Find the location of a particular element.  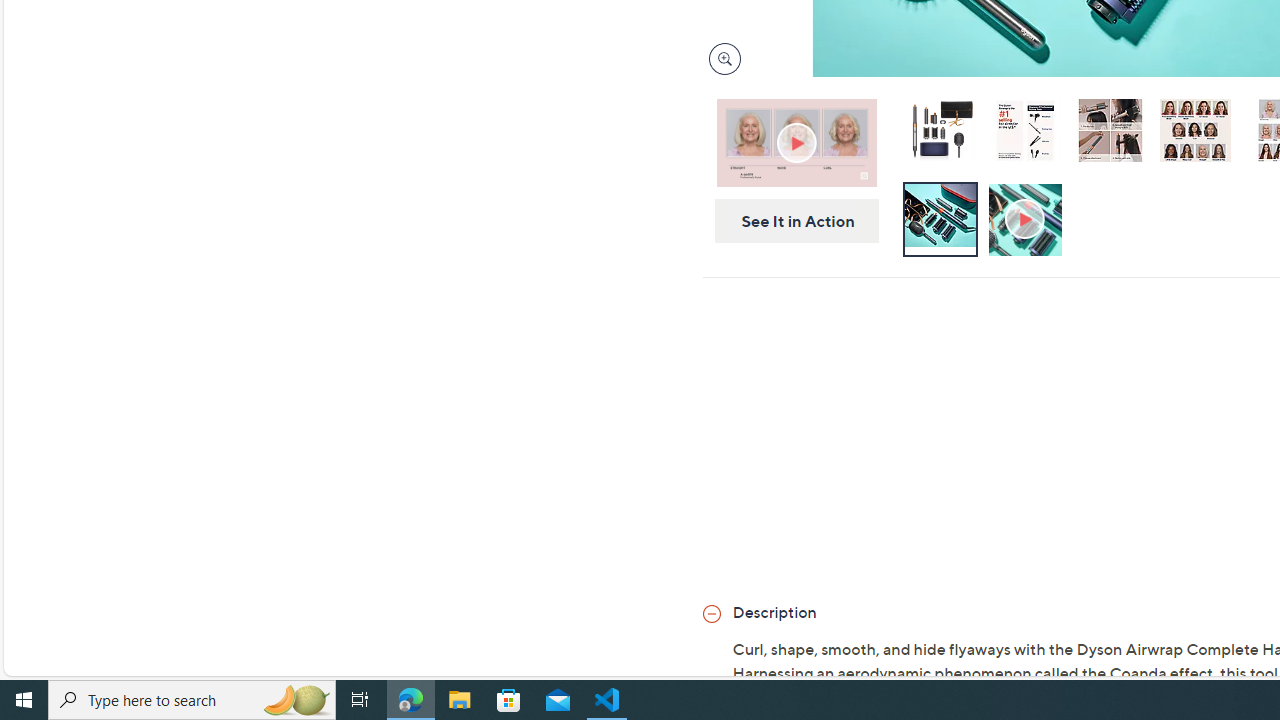

'See It in Action' is located at coordinates (789, 221).